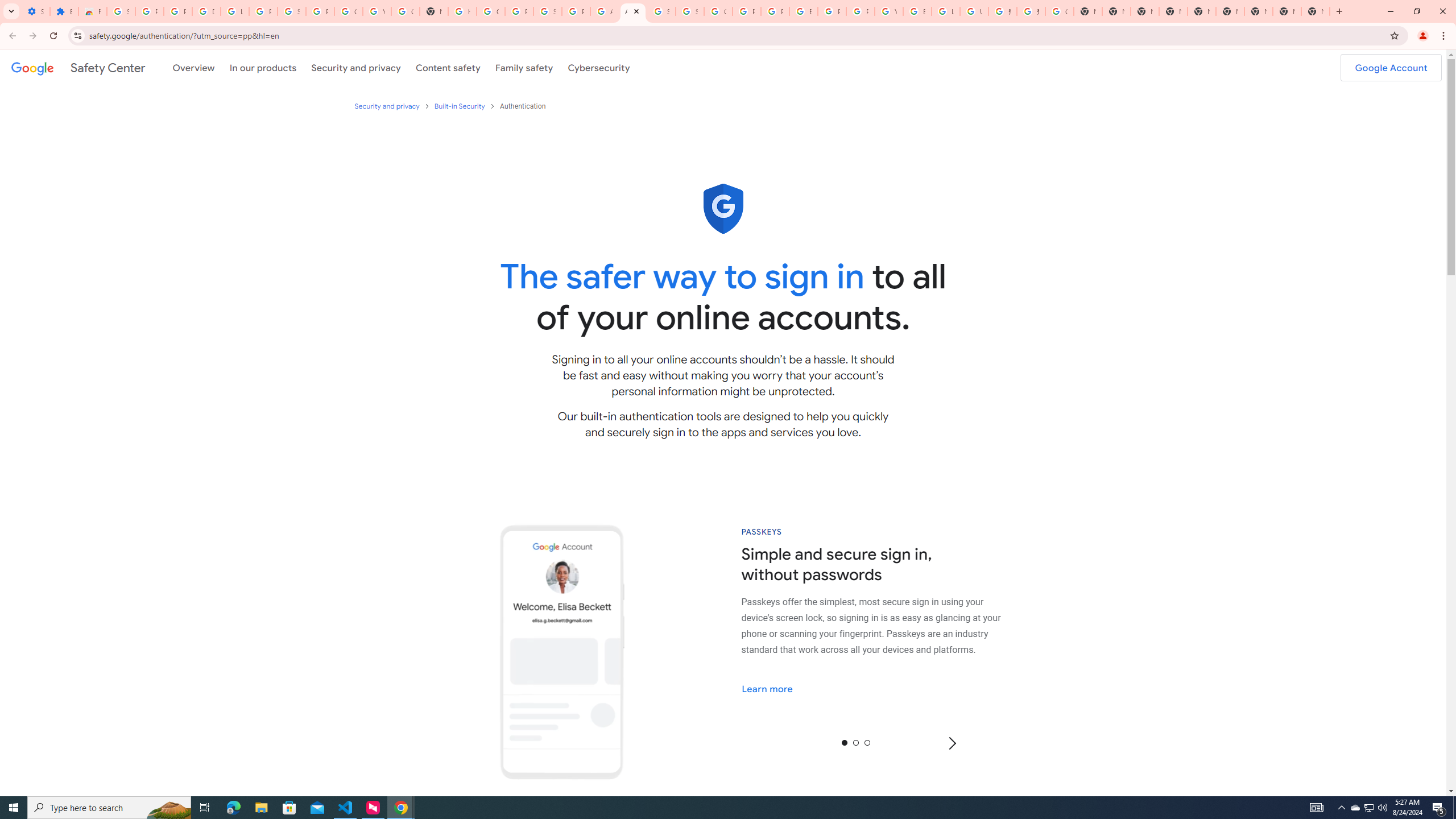 Image resolution: width=1456 pixels, height=819 pixels. What do you see at coordinates (262, 67) in the screenshot?
I see `'In our products'` at bounding box center [262, 67].